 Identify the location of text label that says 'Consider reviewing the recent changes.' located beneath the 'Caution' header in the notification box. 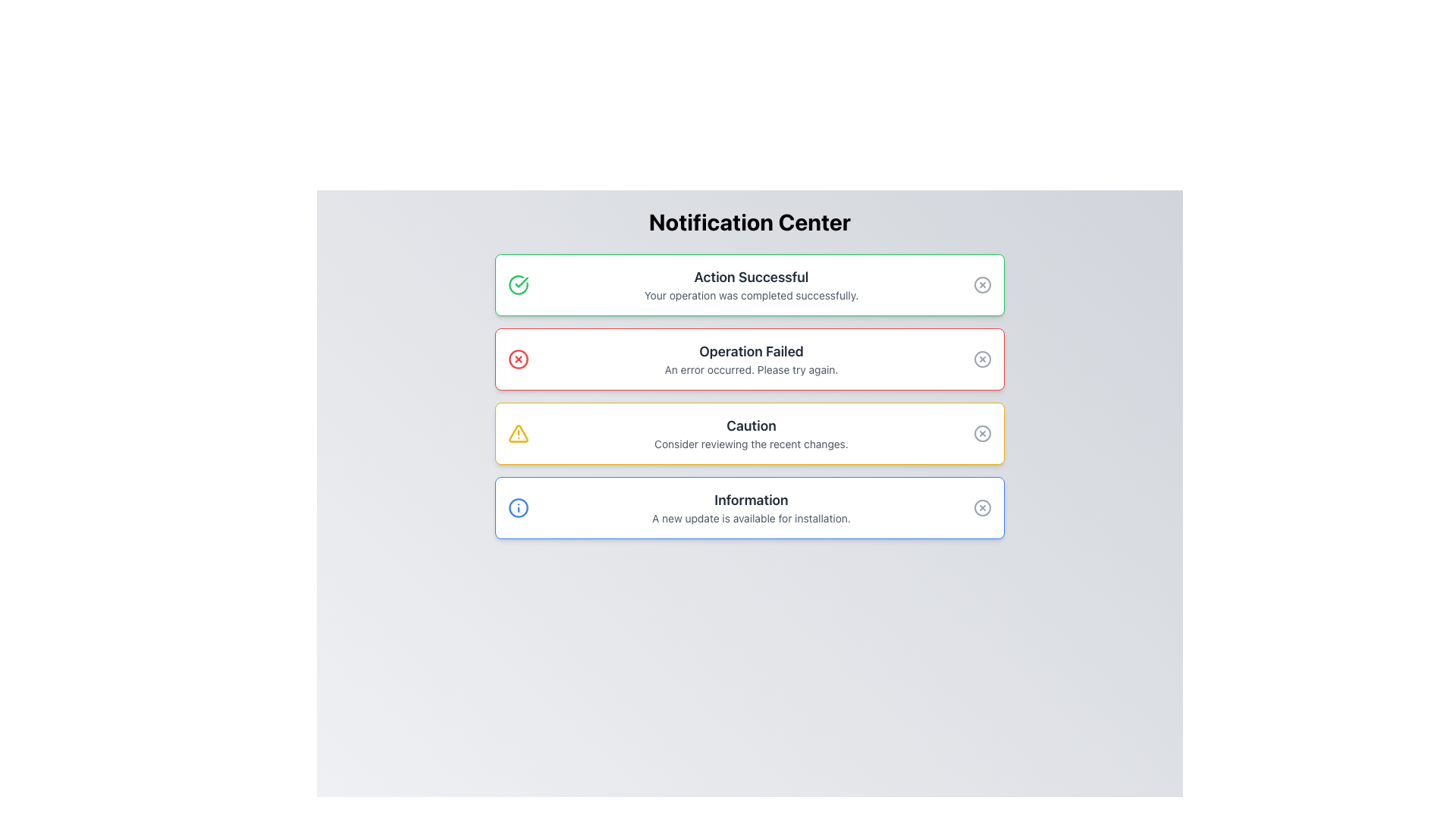
(751, 444).